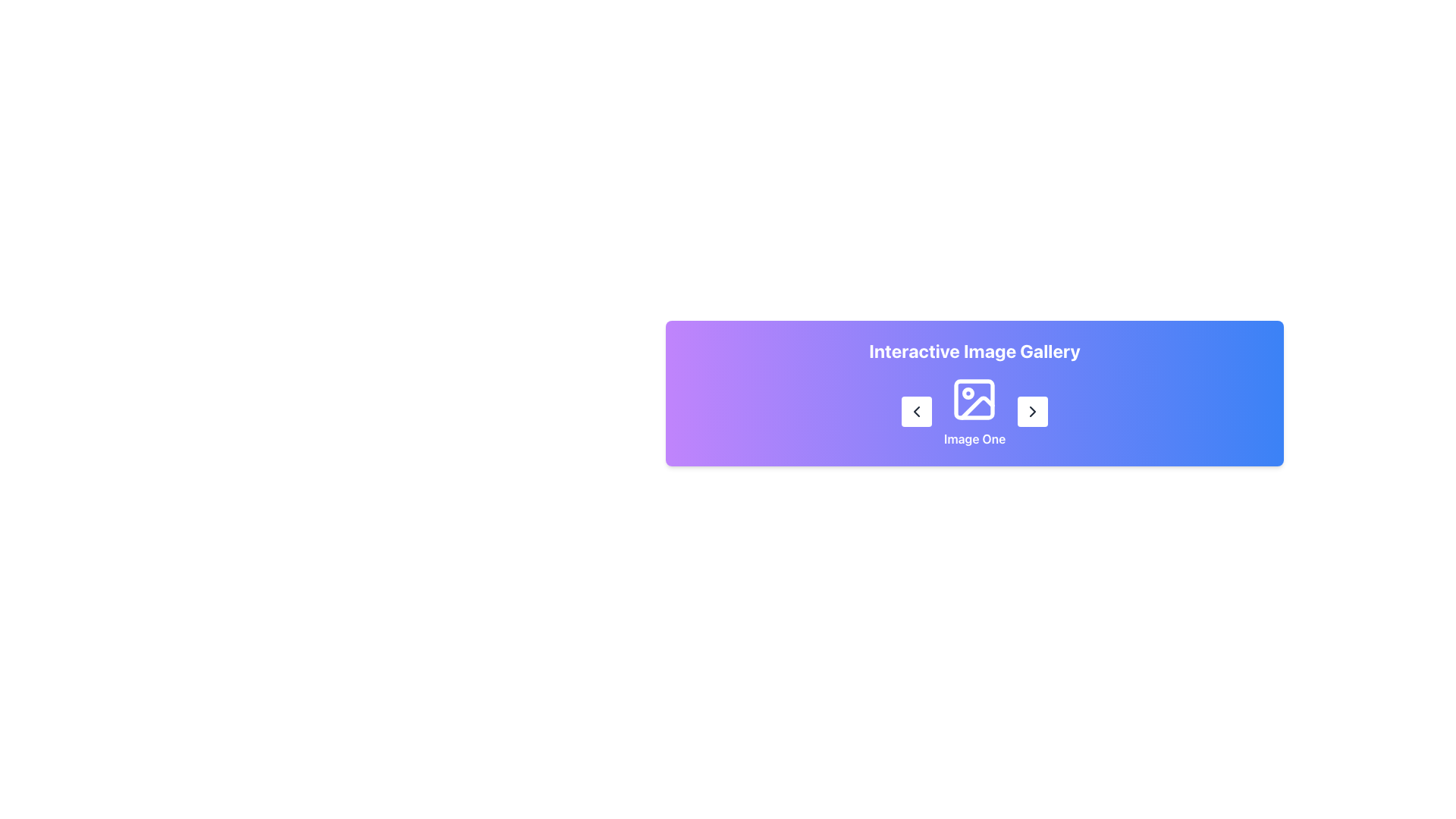 The width and height of the screenshot is (1456, 819). I want to click on the design of the image icon represented by the SVG graphic element located at the center of the gallery interface, so click(974, 399).